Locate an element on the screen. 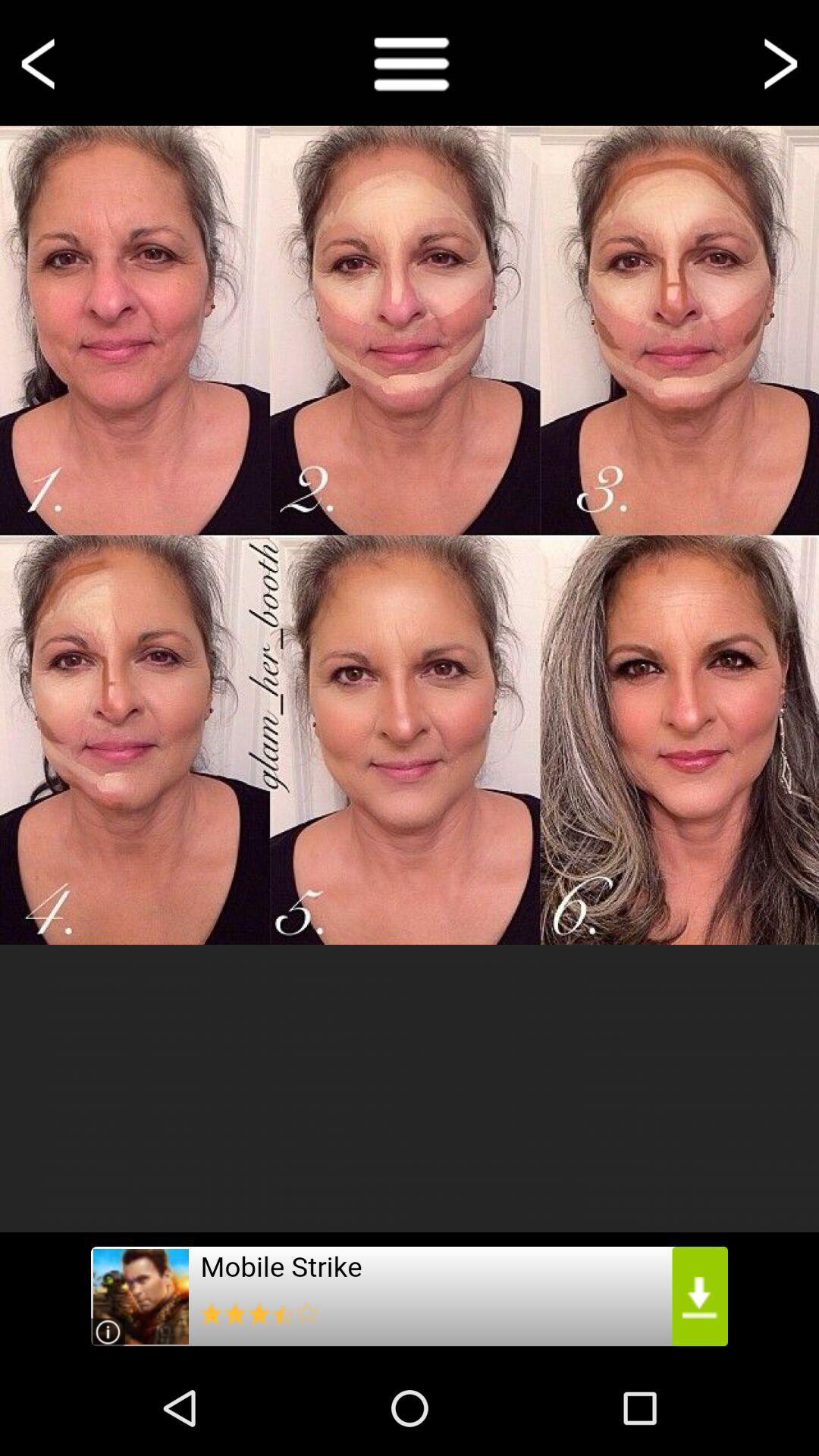 This screenshot has height=1456, width=819. previous page is located at coordinates (40, 61).